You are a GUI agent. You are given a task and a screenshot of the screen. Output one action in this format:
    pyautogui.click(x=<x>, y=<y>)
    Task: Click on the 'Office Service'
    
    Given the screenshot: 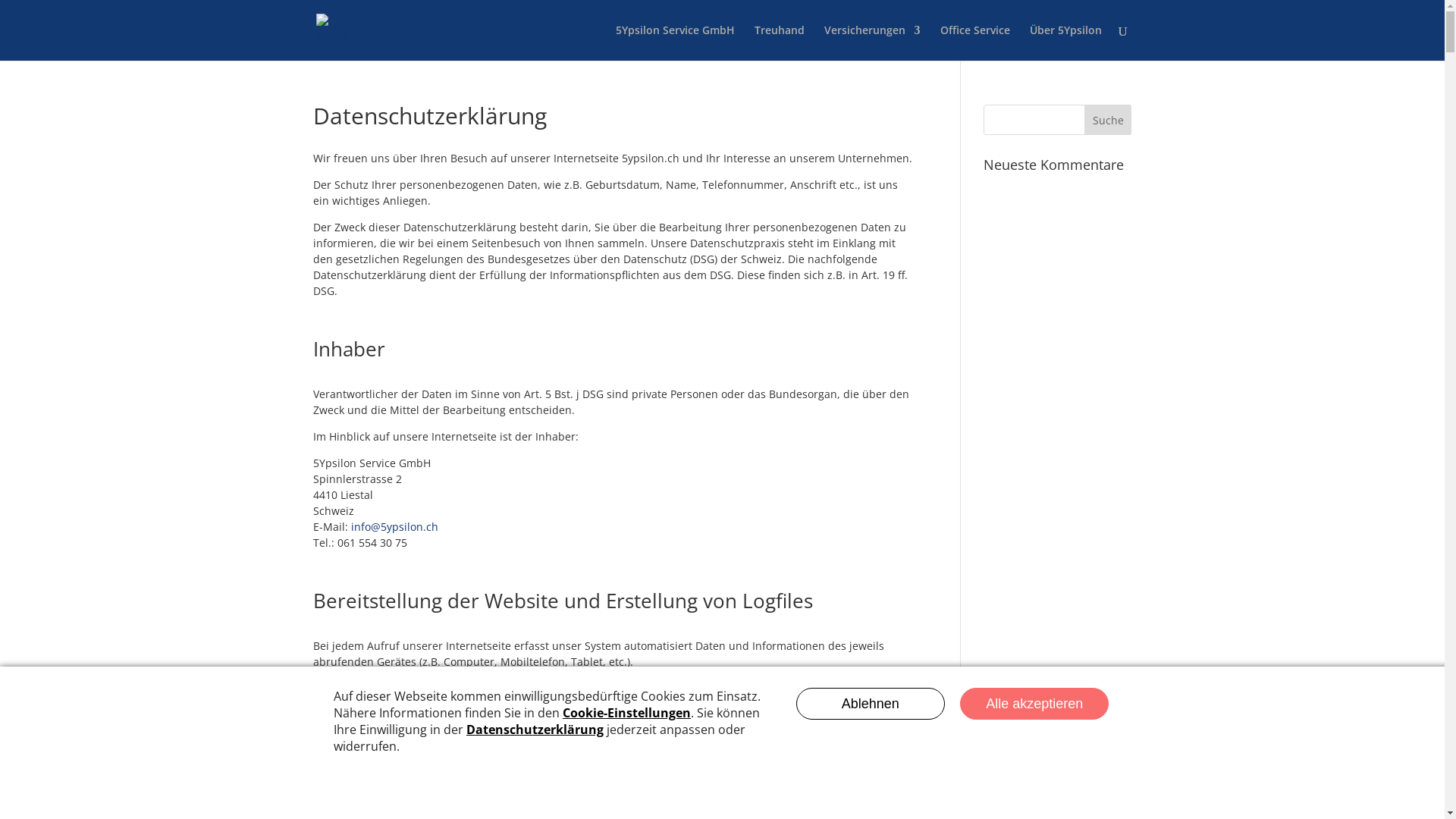 What is the action you would take?
    pyautogui.click(x=975, y=42)
    